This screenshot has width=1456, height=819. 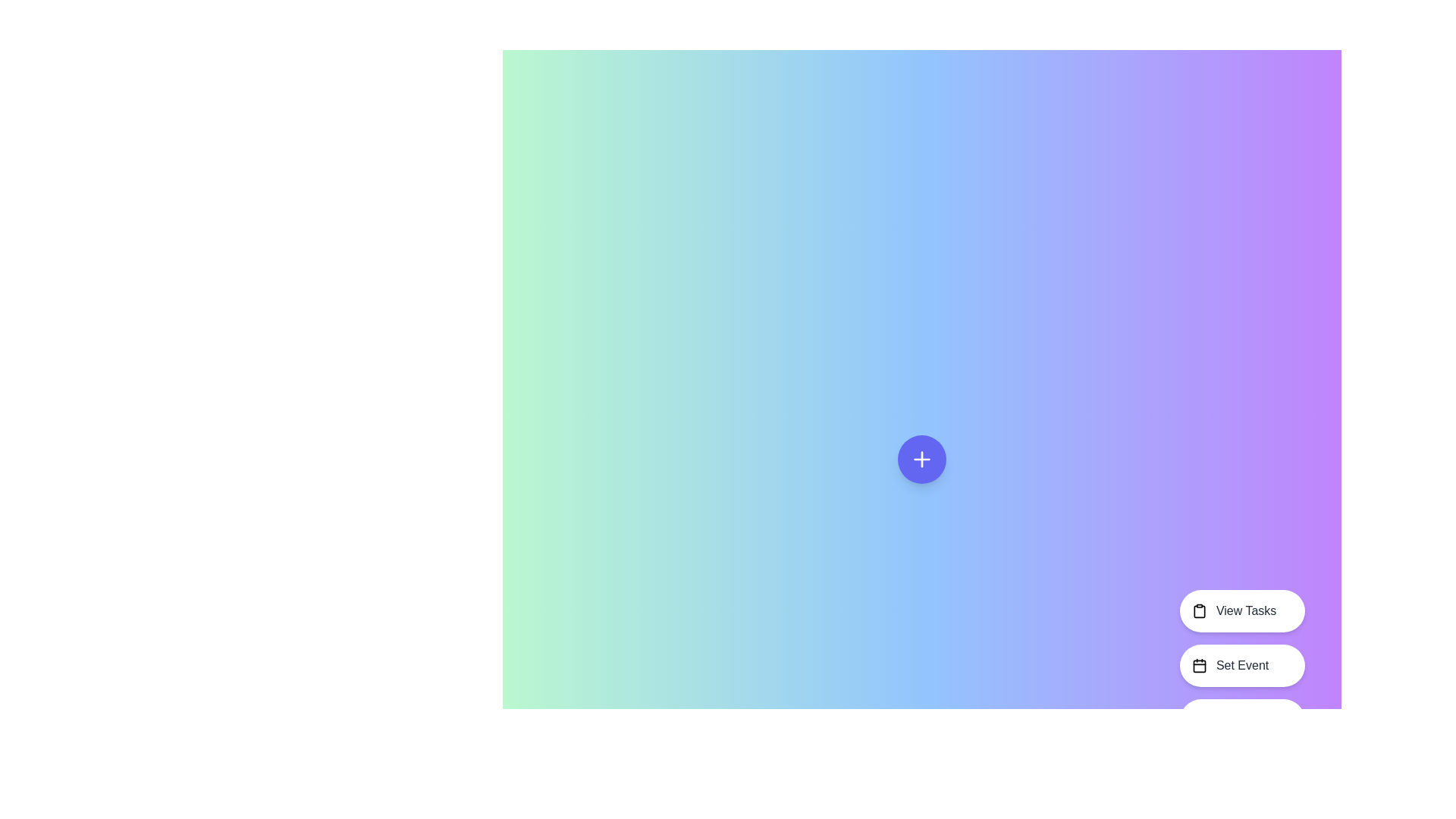 What do you see at coordinates (921, 458) in the screenshot?
I see `the circular deep blue button with a white plus symbol` at bounding box center [921, 458].